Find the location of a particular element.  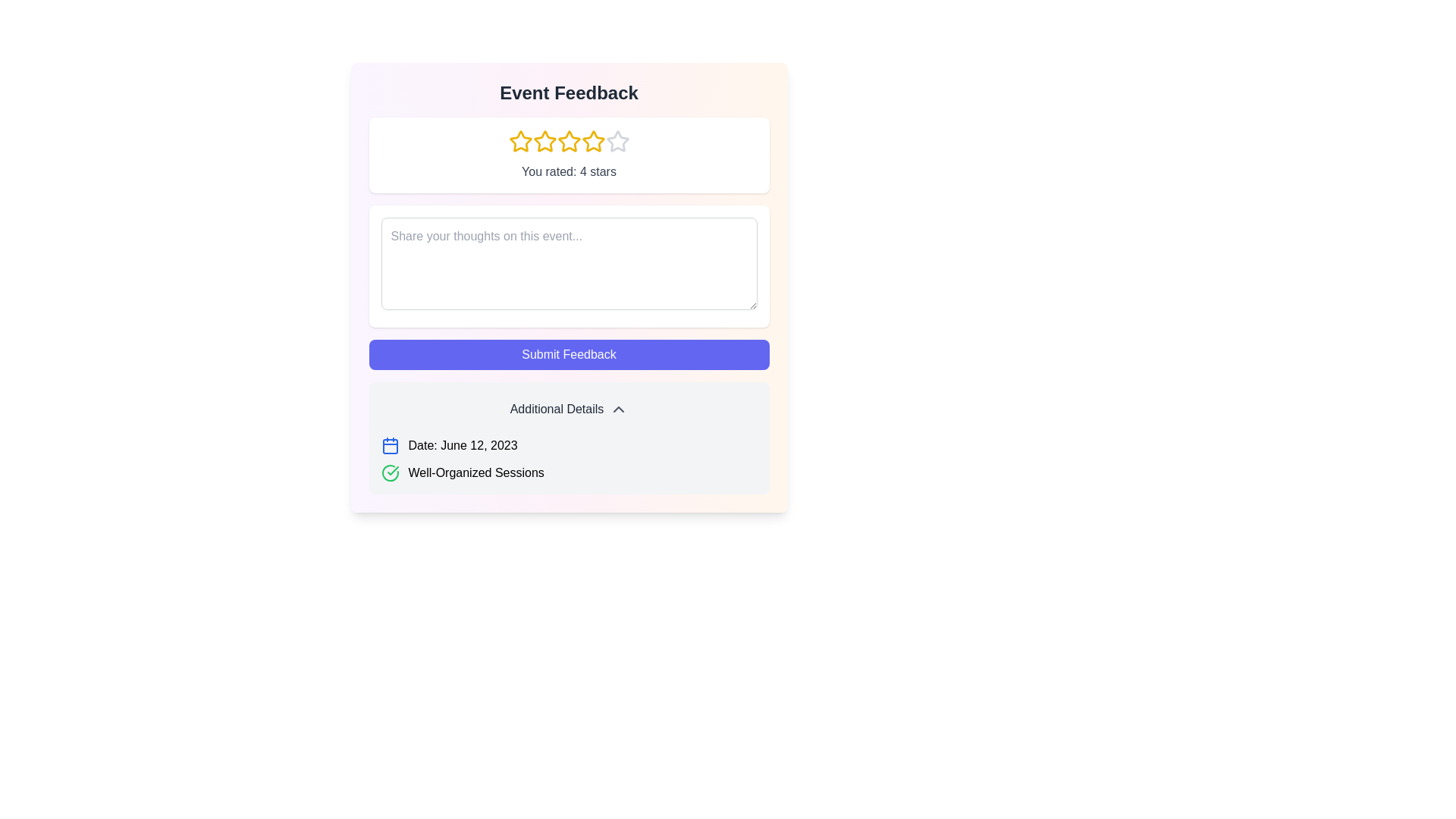

the third star icon in the rating system located below the 'Event Feedback' header is located at coordinates (544, 141).